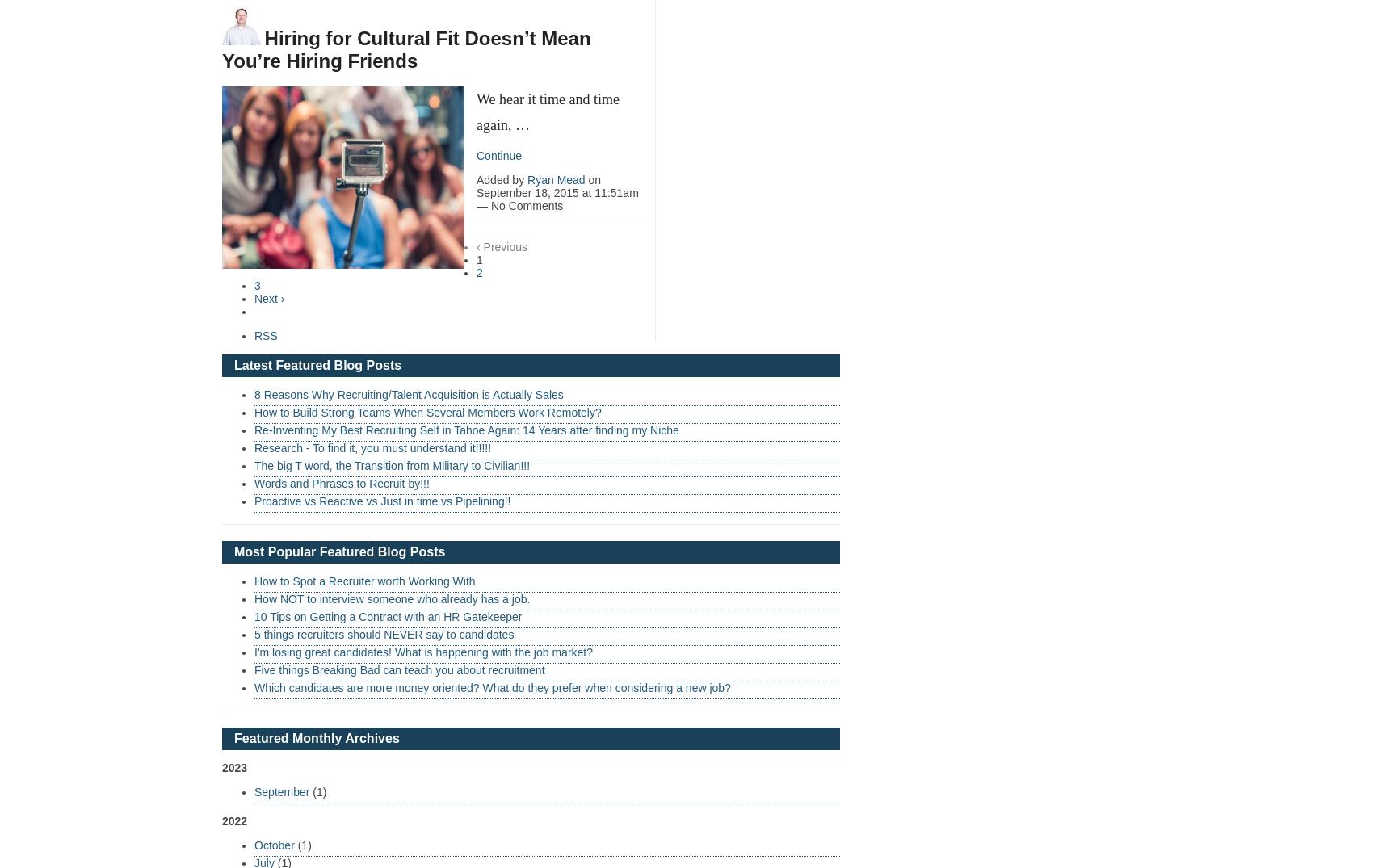 This screenshot has width=1399, height=868. What do you see at coordinates (268, 298) in the screenshot?
I see `'Next ›'` at bounding box center [268, 298].